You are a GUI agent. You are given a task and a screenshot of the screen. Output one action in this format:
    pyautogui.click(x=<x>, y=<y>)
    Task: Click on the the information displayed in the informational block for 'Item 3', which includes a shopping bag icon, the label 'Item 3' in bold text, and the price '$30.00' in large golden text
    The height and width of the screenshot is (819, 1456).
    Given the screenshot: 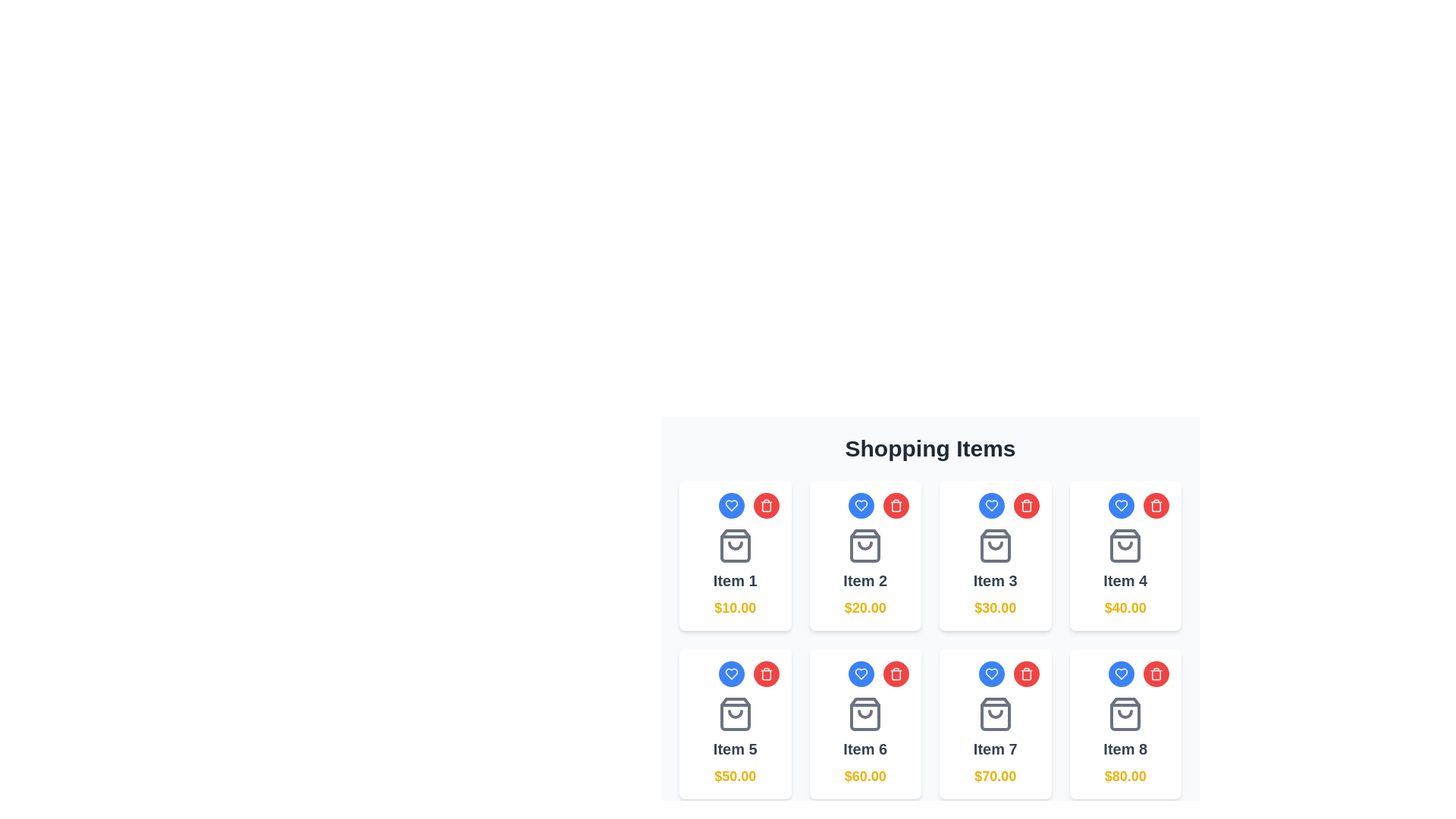 What is the action you would take?
    pyautogui.click(x=995, y=573)
    